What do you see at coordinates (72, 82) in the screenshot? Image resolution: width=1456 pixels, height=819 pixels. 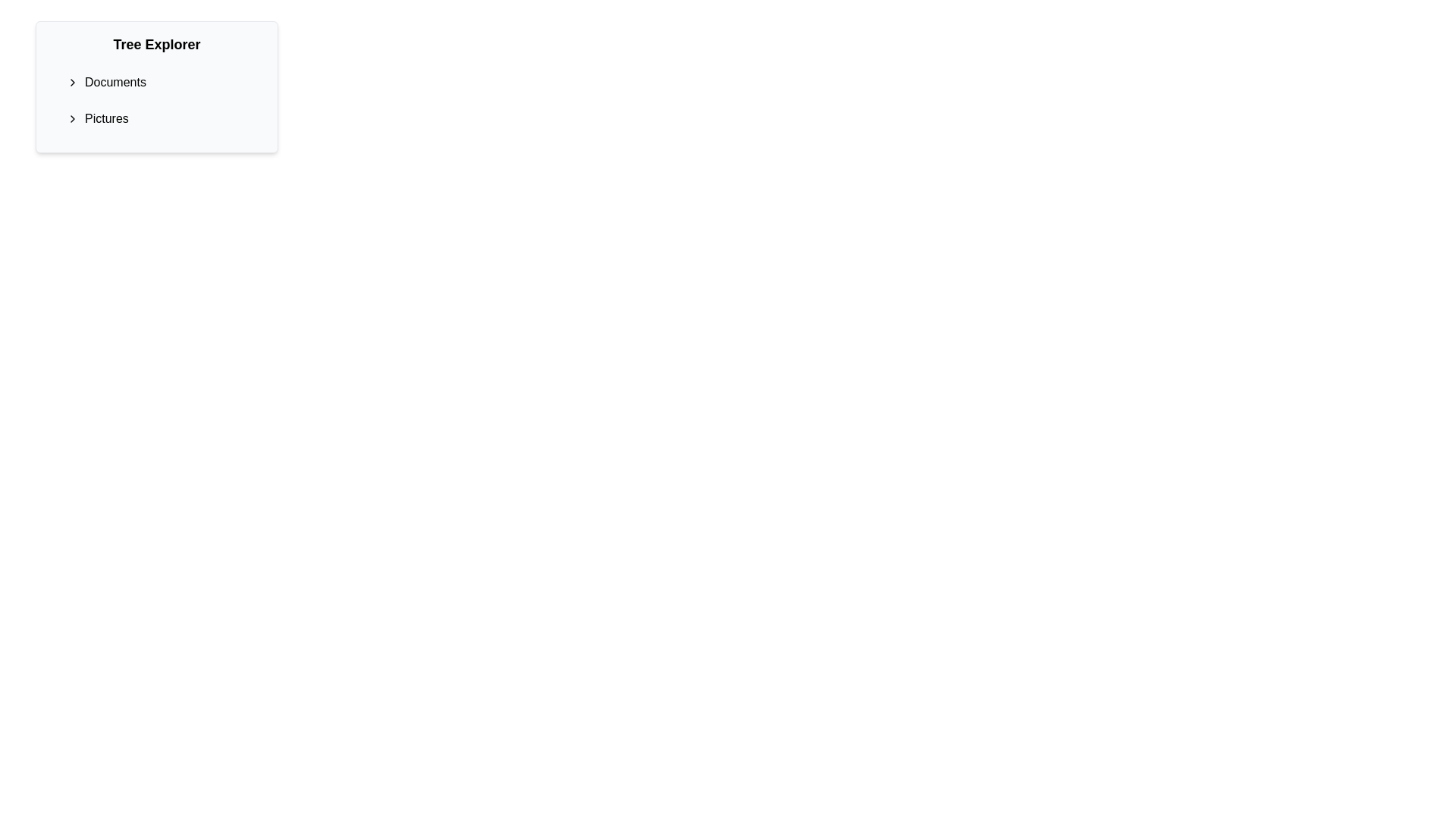 I see `the chevron icon located in the Tree Explorer navigation panel next to the Documents text` at bounding box center [72, 82].